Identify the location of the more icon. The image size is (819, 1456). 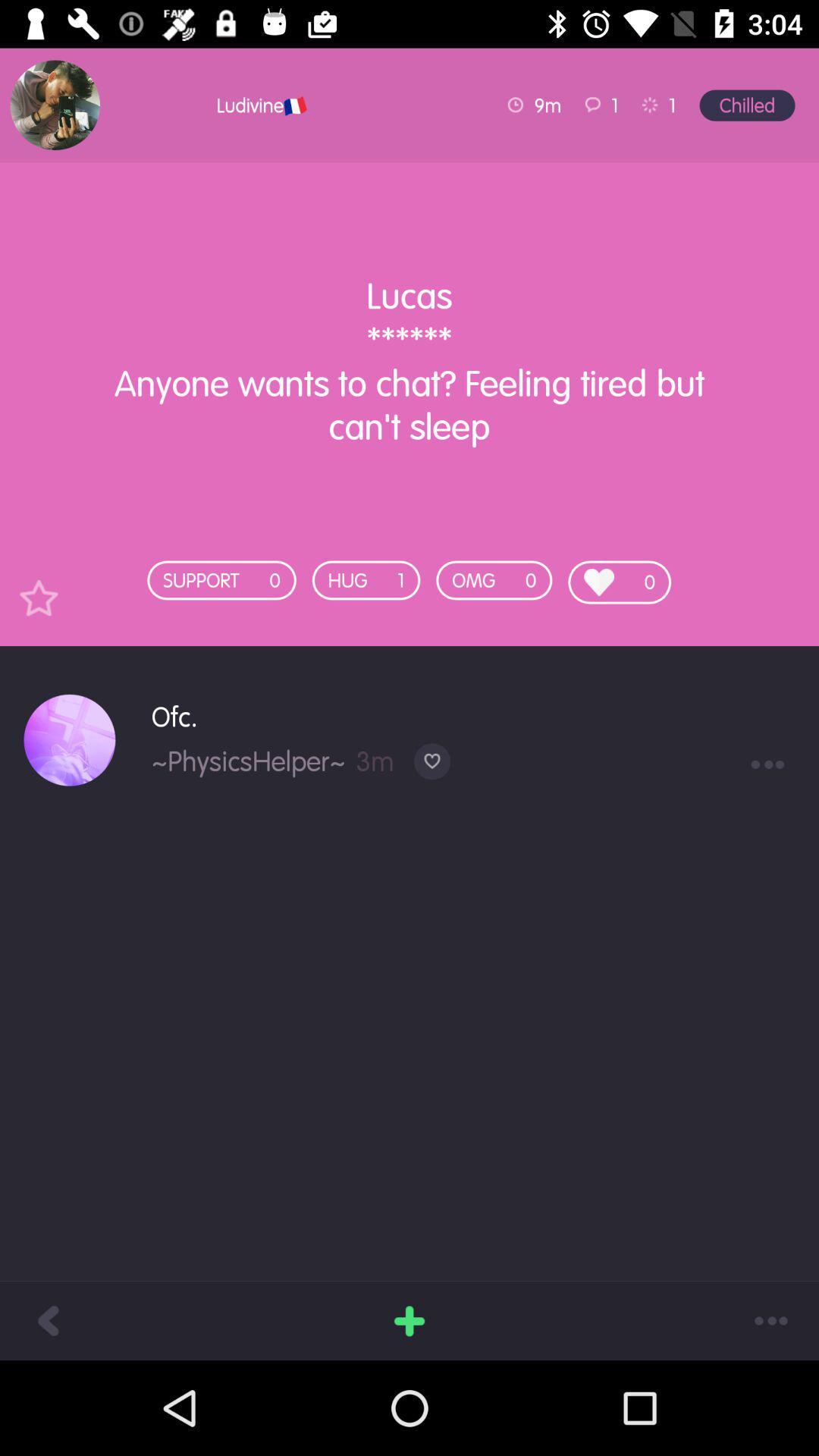
(771, 1319).